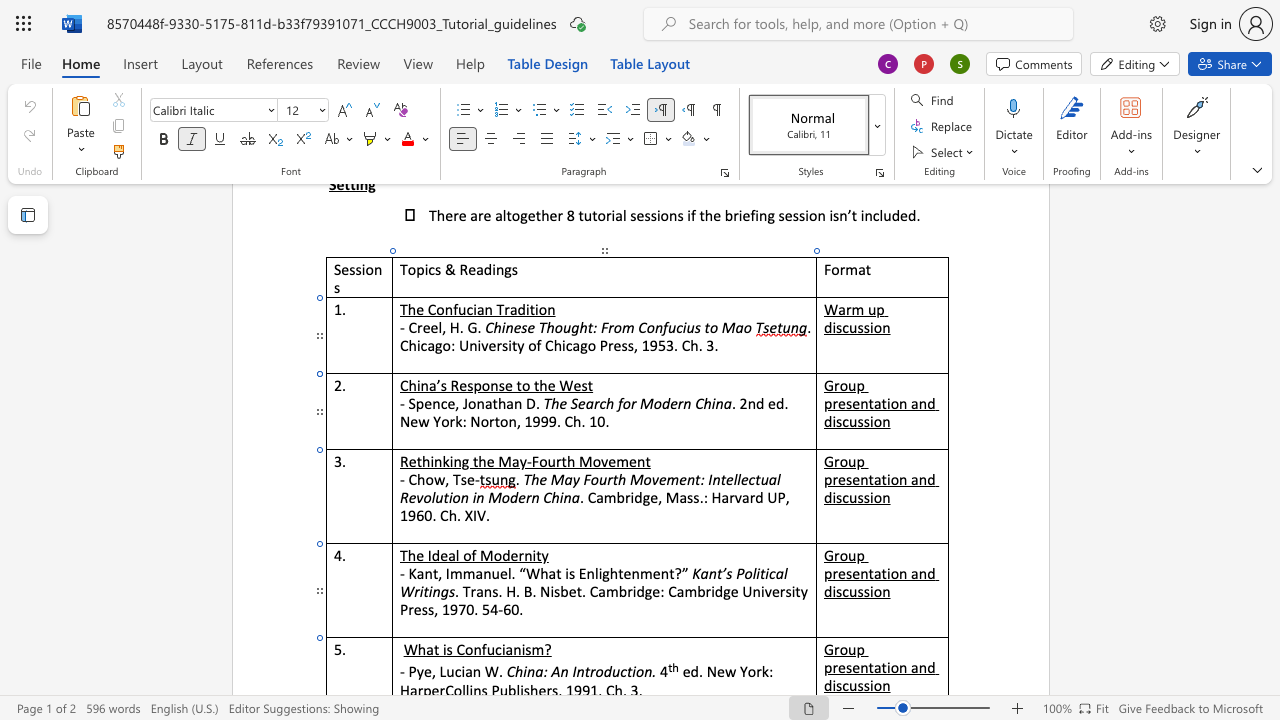 The image size is (1280, 720). What do you see at coordinates (533, 649) in the screenshot?
I see `the space between the continuous character "s" and "m" in the text` at bounding box center [533, 649].